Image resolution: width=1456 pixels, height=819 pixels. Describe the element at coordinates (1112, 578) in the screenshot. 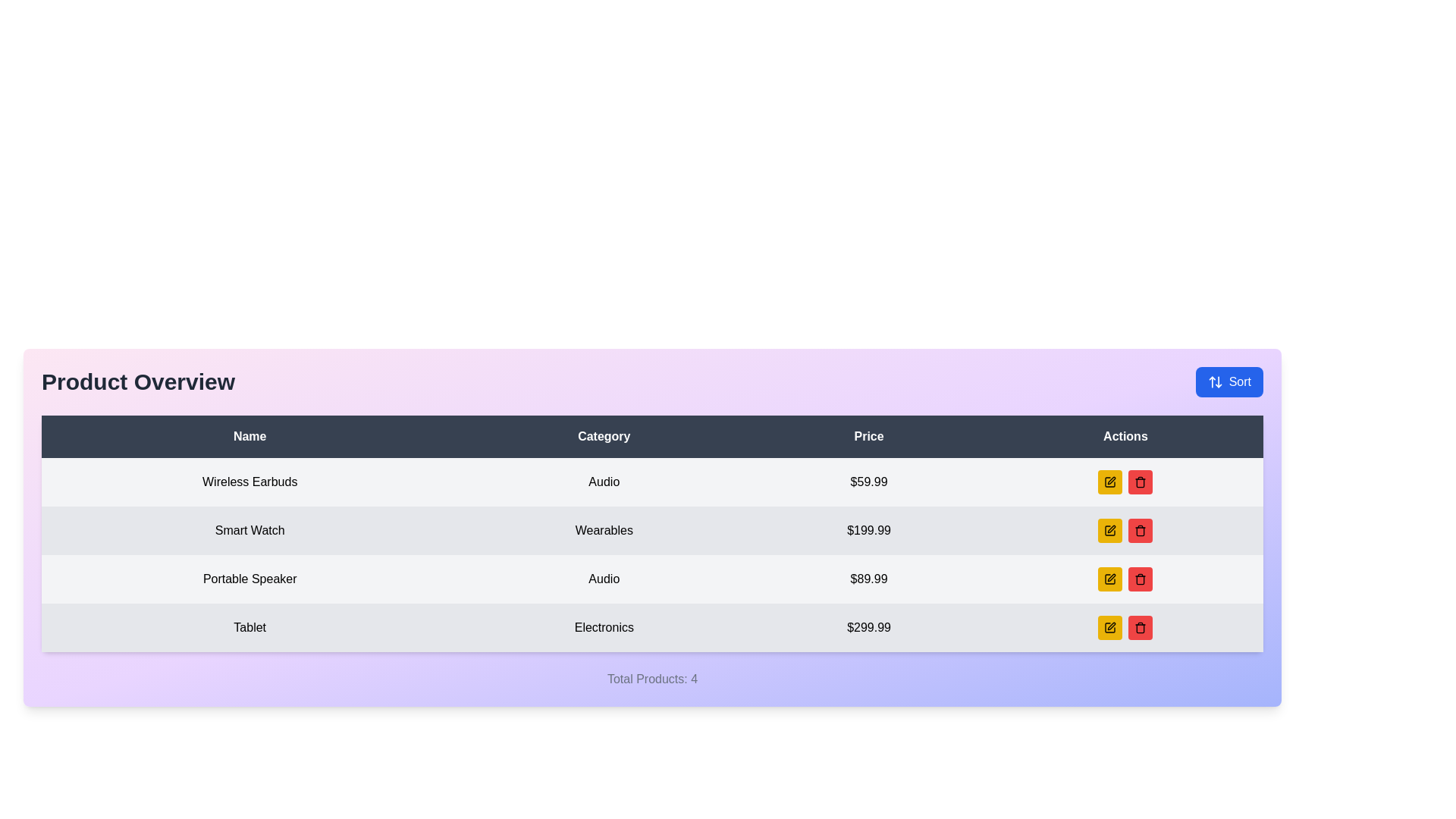

I see `the edit icon resembling a pen, located in the 'Actions' column of the data table for the 'Portable Speaker' entry, to initiate editing` at that location.